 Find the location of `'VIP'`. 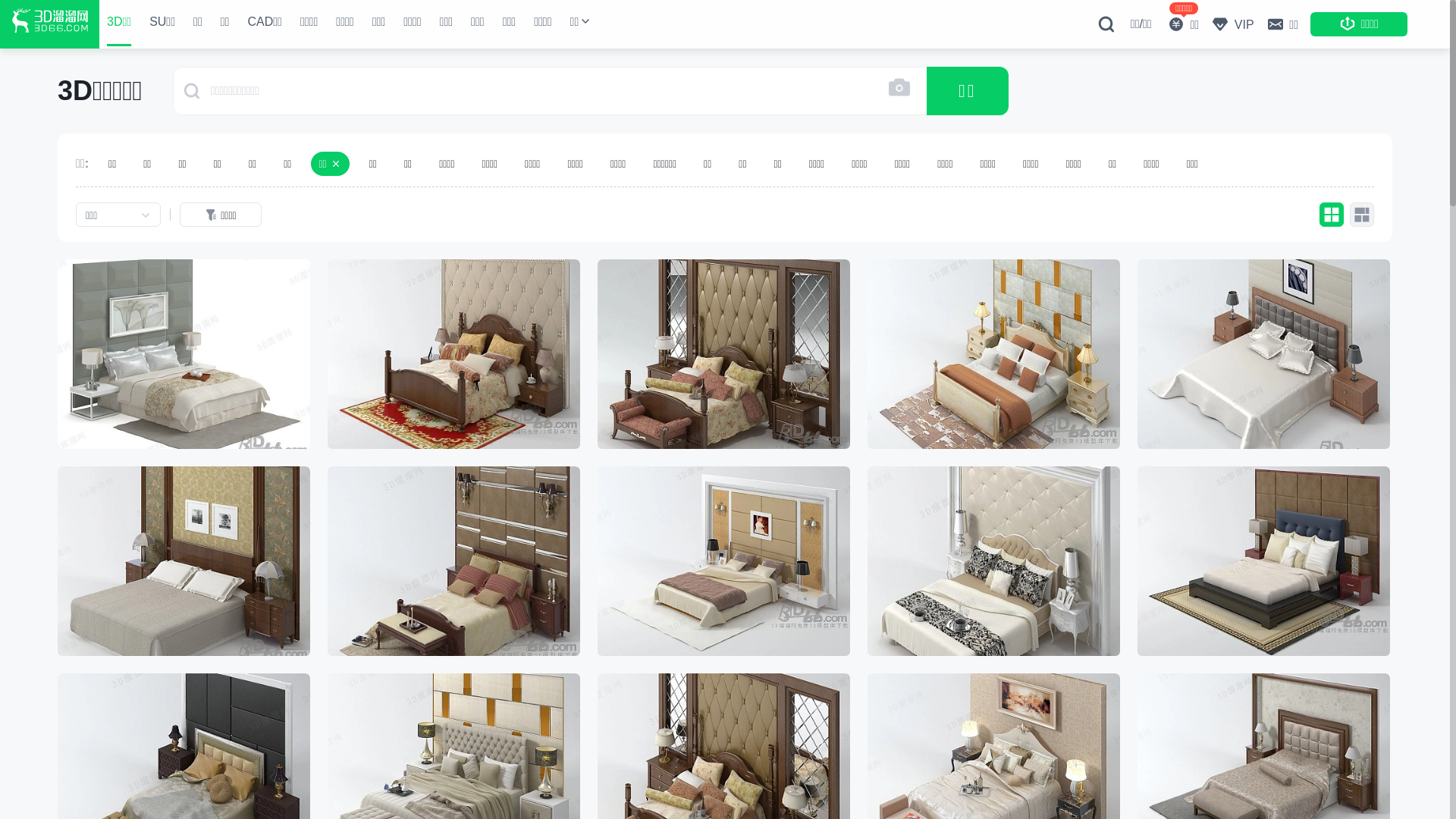

'VIP' is located at coordinates (1210, 24).